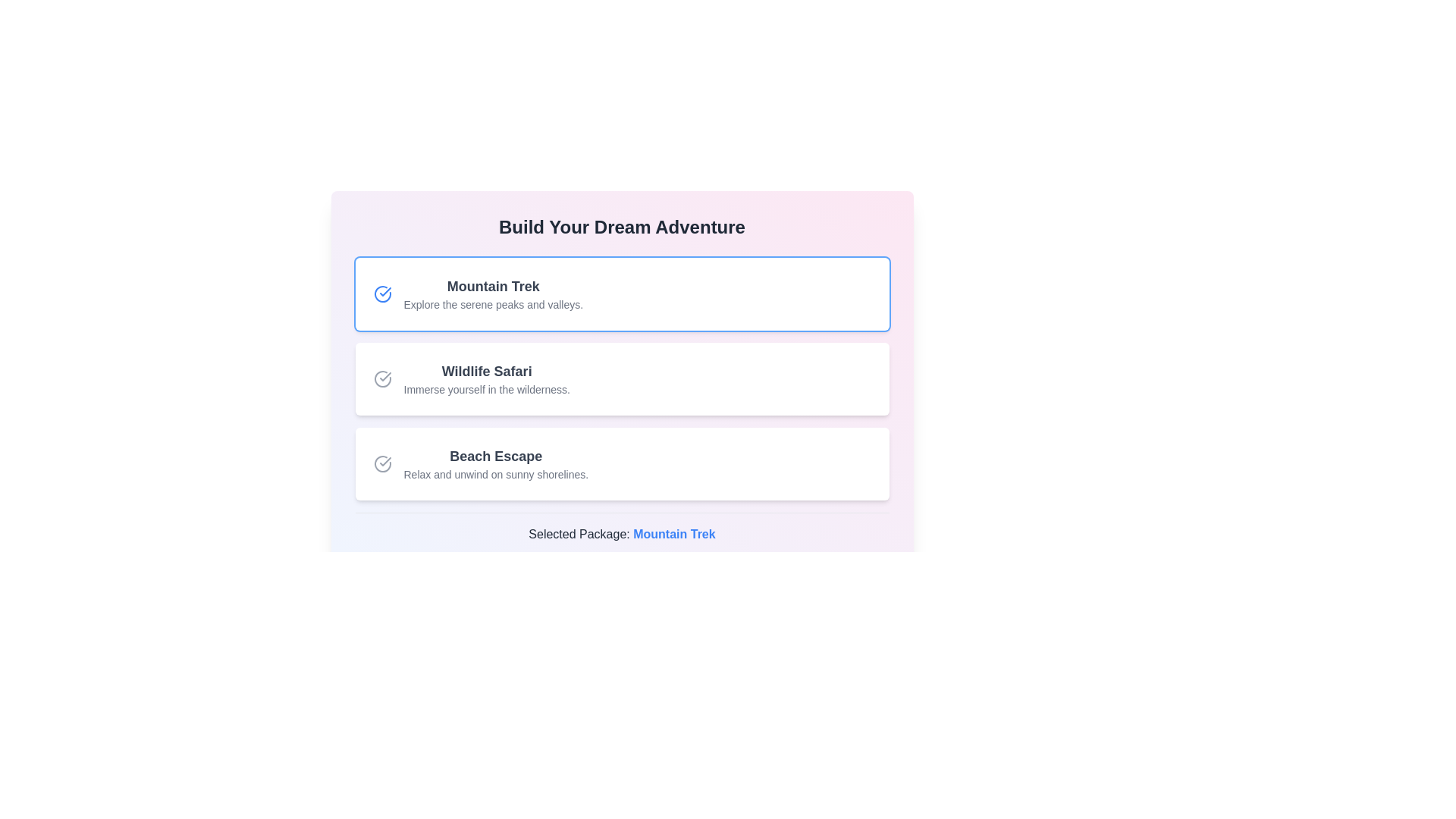 The height and width of the screenshot is (819, 1456). I want to click on information displayed in the text block titled 'Wildlife Safari', which includes a header in bold and a subtext about immersing in the wilderness, so click(487, 378).